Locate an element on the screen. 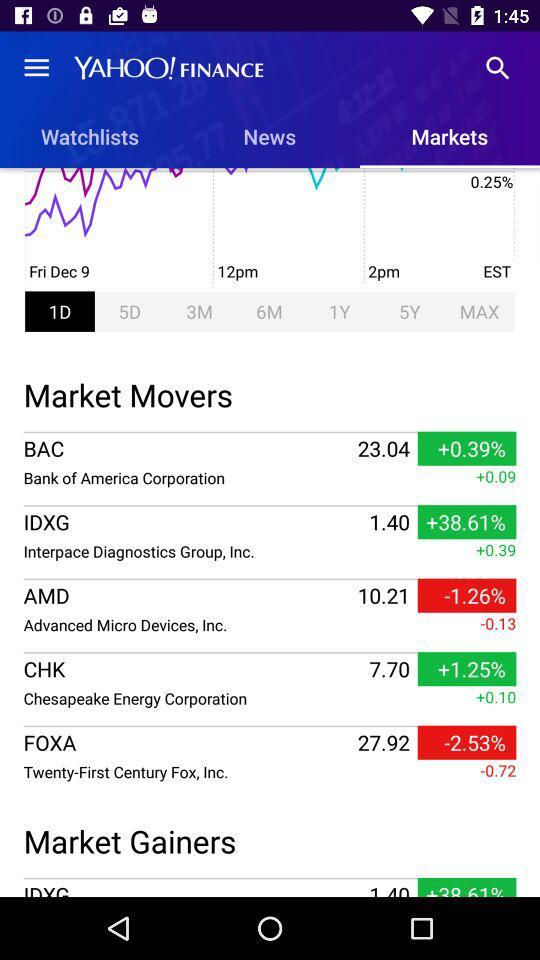 The width and height of the screenshot is (540, 960). item below bank of america item is located at coordinates (270, 504).